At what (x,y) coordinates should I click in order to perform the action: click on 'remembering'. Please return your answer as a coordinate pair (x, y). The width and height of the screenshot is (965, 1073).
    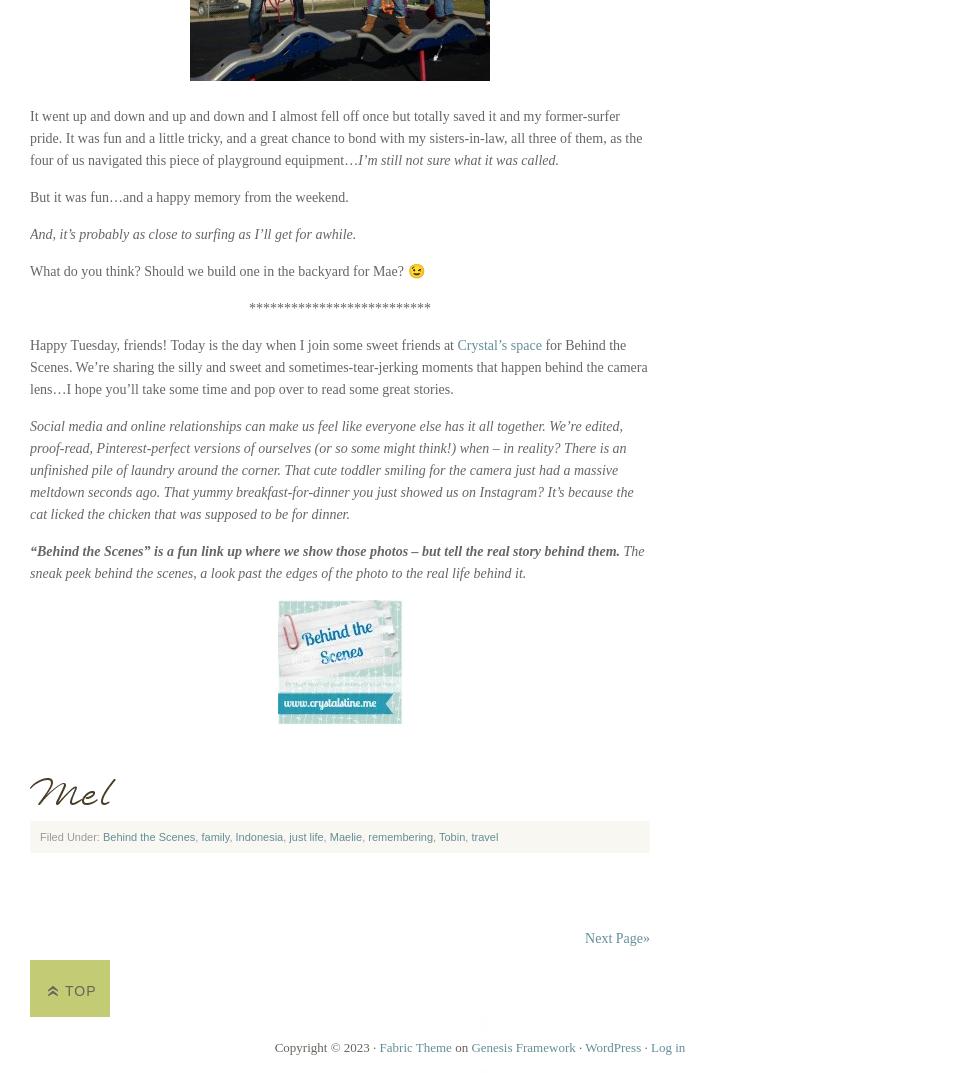
    Looking at the image, I should click on (367, 836).